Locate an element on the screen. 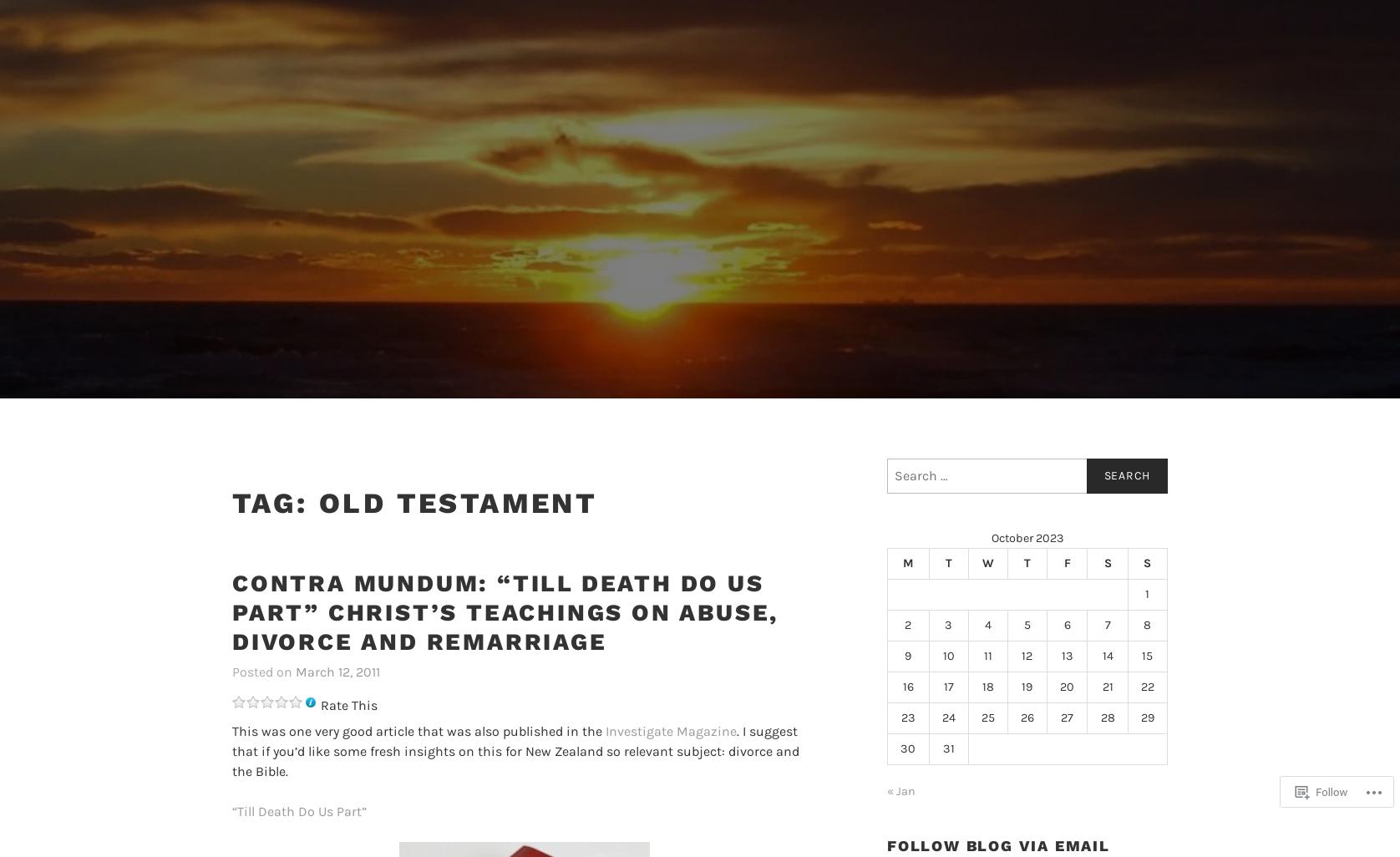 The width and height of the screenshot is (1400, 857). '24' is located at coordinates (946, 717).